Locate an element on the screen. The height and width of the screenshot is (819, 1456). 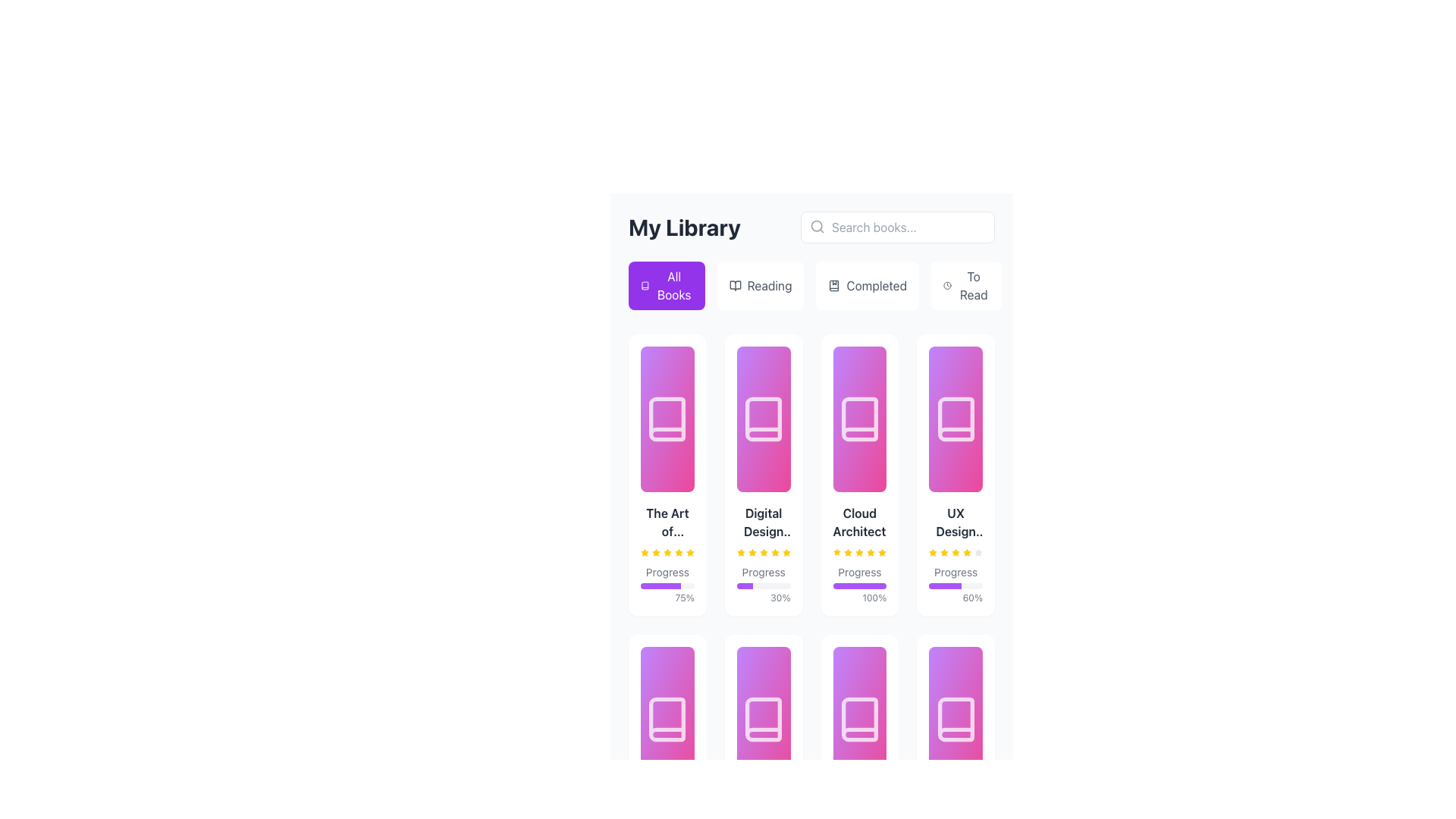
the book icon in the first book card of the 'My Library' interface, which visually represents a book and is located at the top left of the grid layout is located at coordinates (667, 419).